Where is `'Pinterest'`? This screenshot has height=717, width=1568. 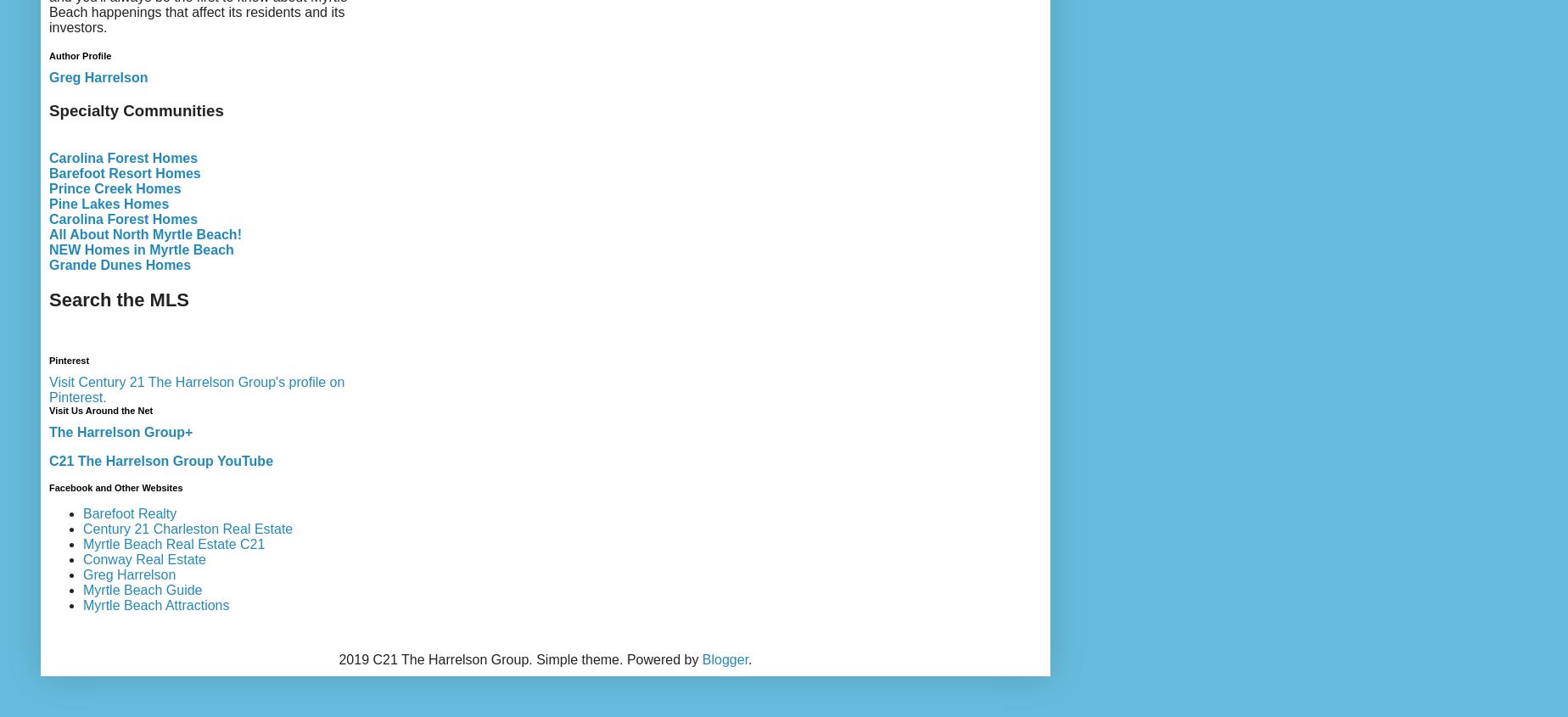
'Pinterest' is located at coordinates (69, 360).